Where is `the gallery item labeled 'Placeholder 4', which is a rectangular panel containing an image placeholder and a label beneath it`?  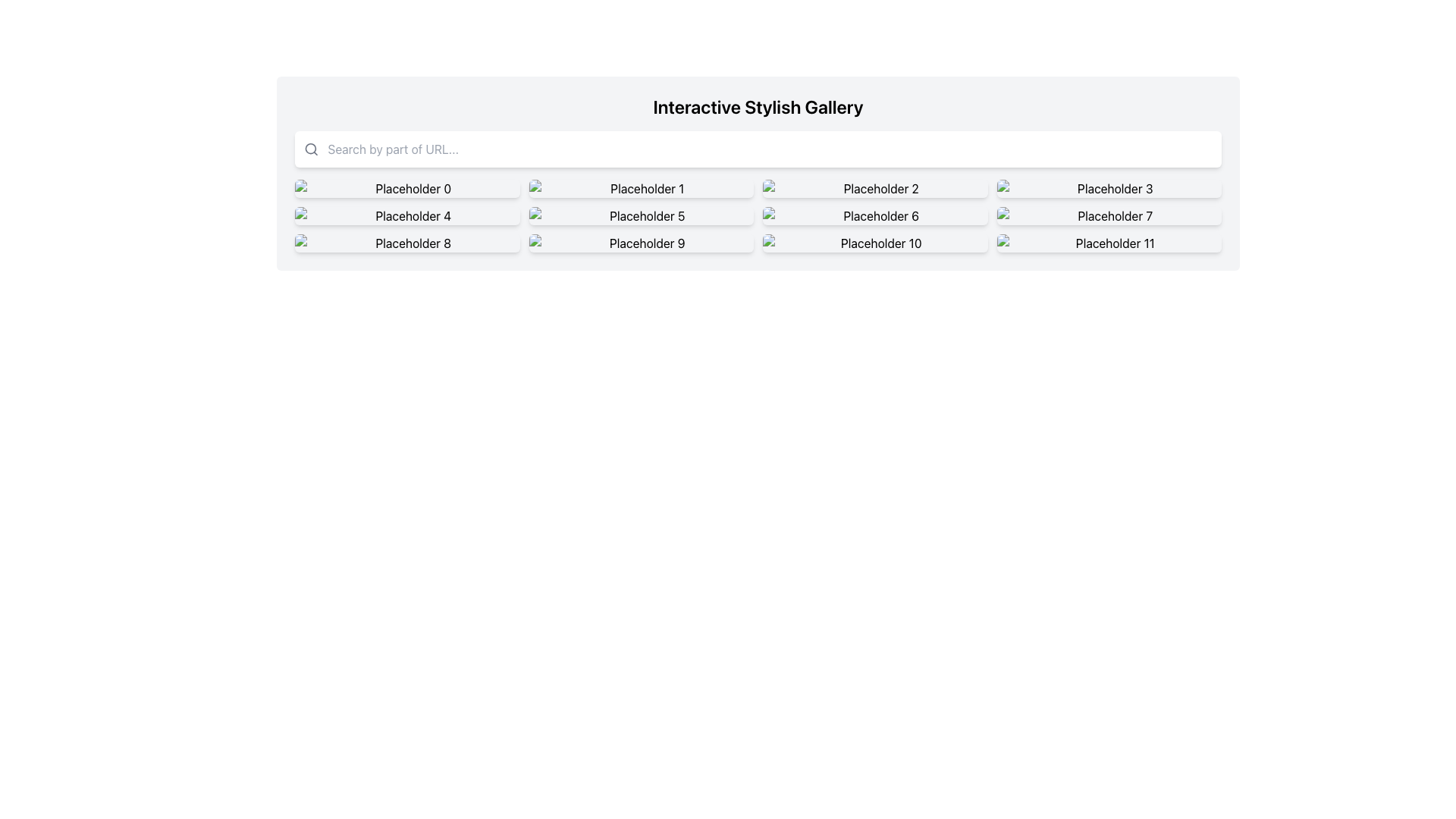 the gallery item labeled 'Placeholder 4', which is a rectangular panel containing an image placeholder and a label beneath it is located at coordinates (407, 216).